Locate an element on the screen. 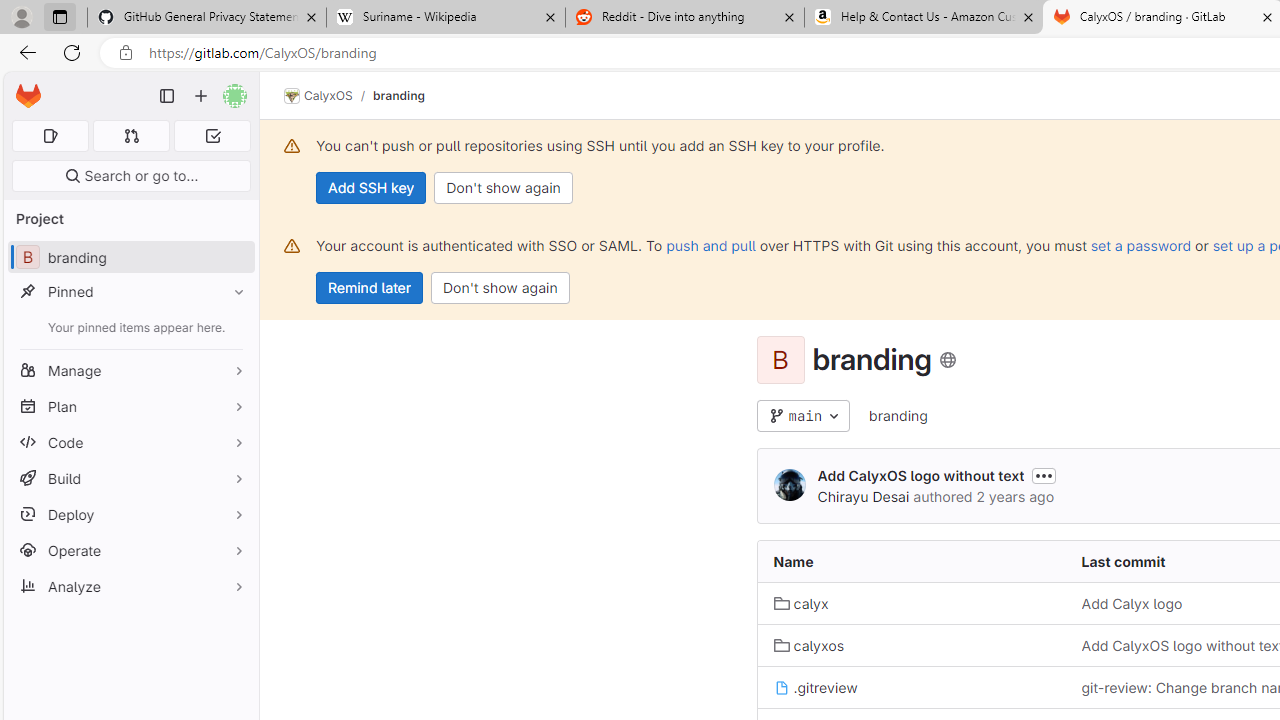  'Class: s16 icon' is located at coordinates (946, 360).